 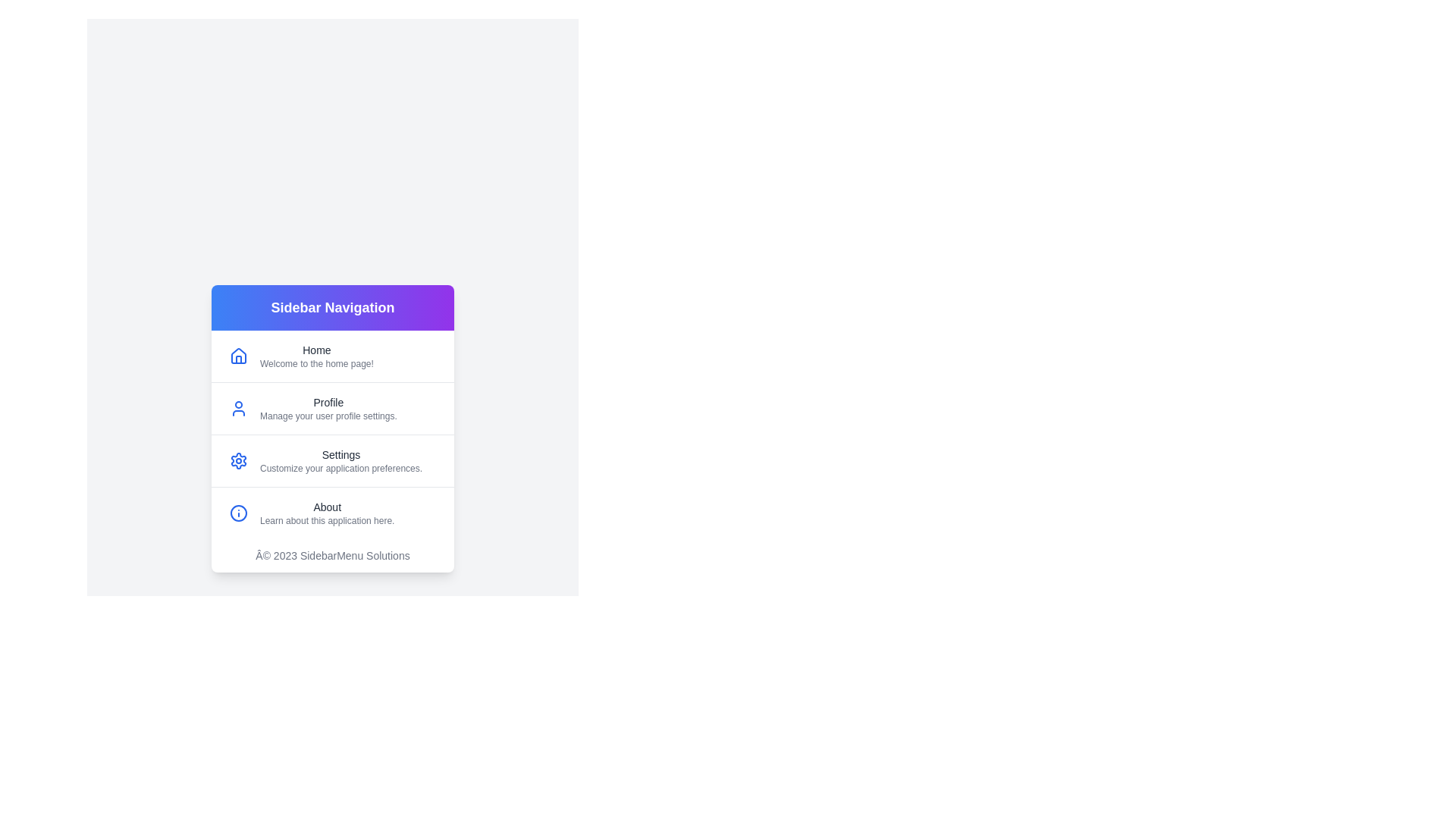 I want to click on the text content of the About section, so click(x=259, y=507).